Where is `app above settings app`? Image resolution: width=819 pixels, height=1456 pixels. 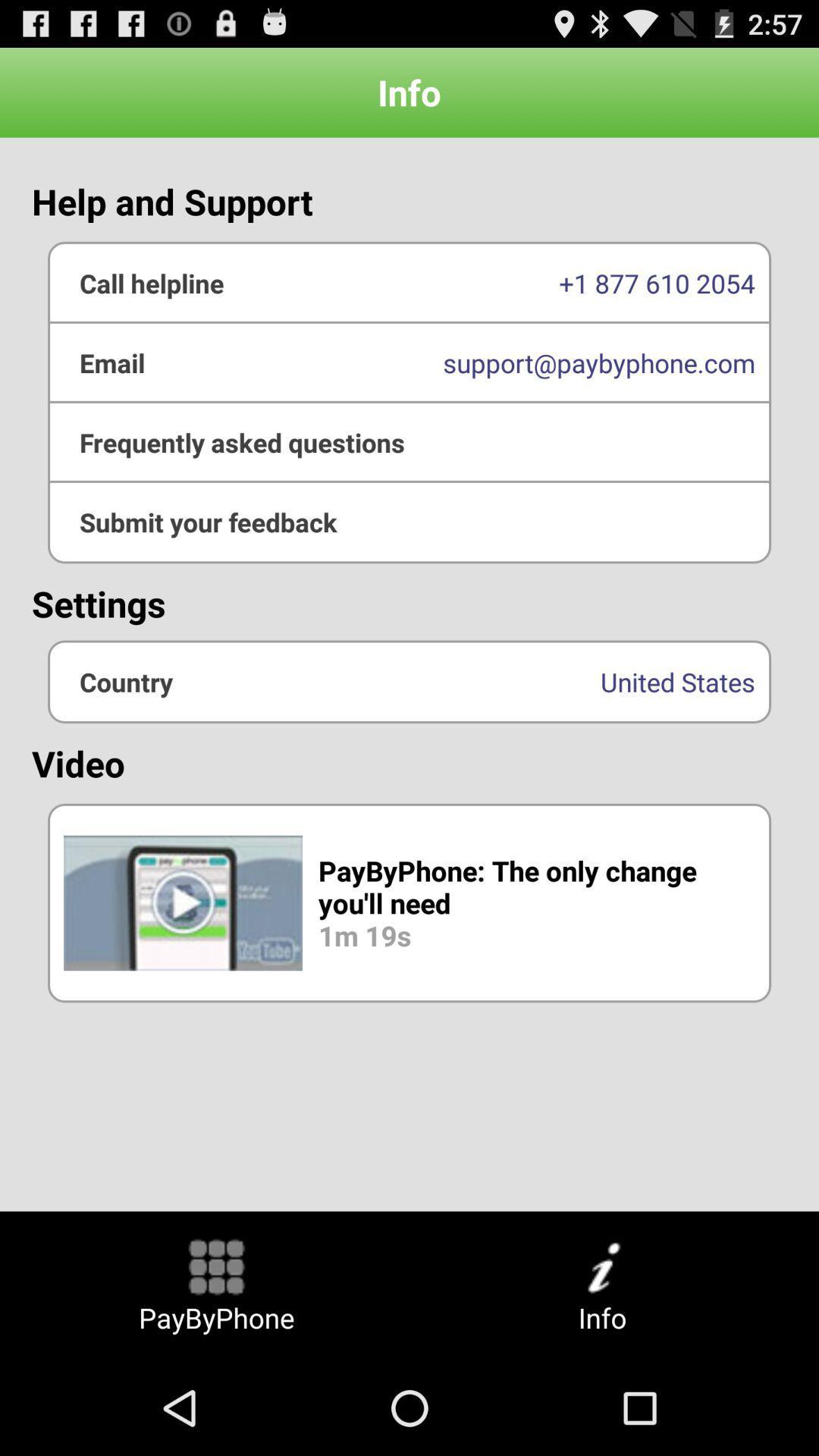 app above settings app is located at coordinates (409, 522).